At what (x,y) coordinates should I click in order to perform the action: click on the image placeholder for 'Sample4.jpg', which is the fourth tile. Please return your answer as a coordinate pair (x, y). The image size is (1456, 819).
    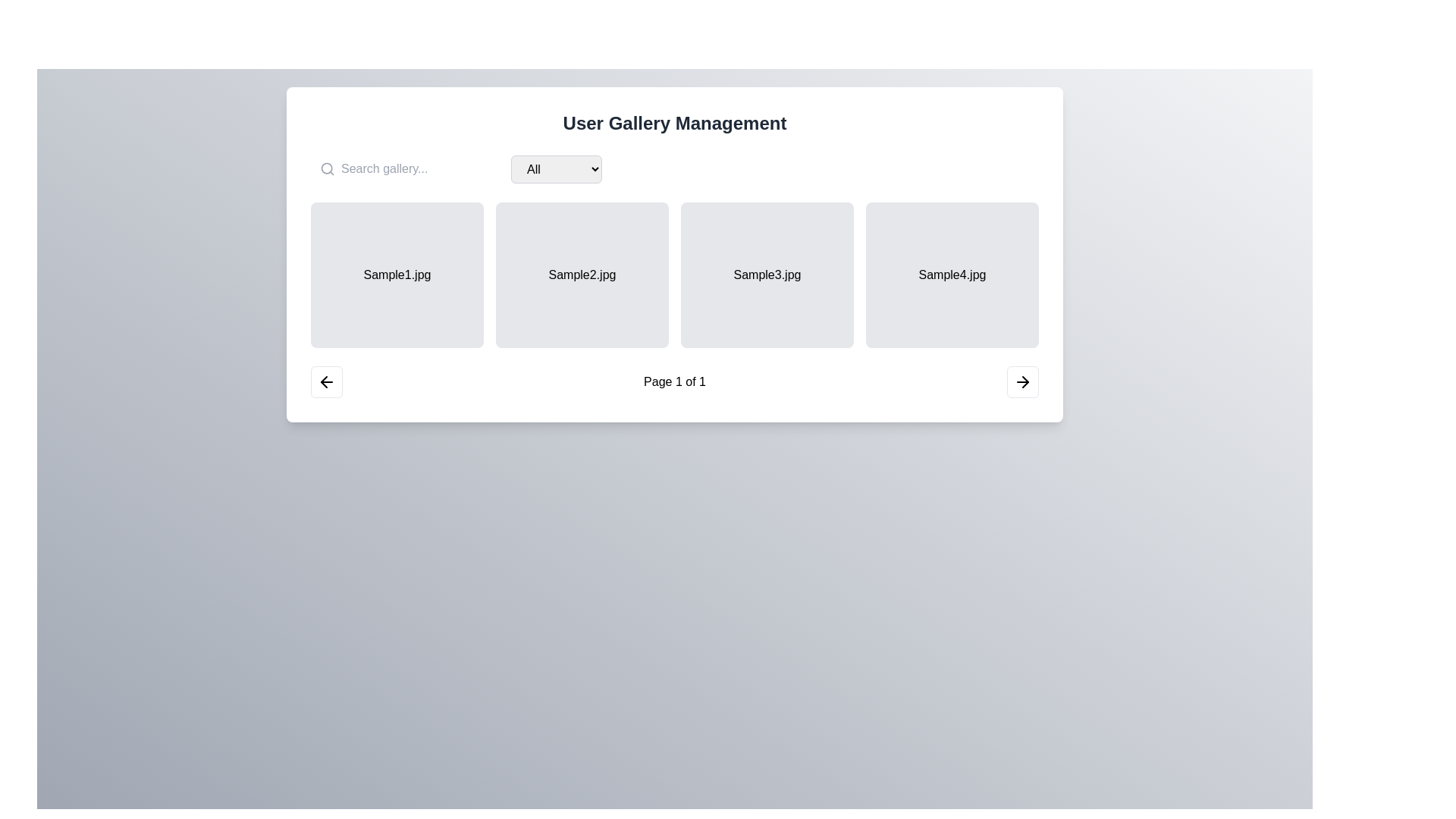
    Looking at the image, I should click on (952, 275).